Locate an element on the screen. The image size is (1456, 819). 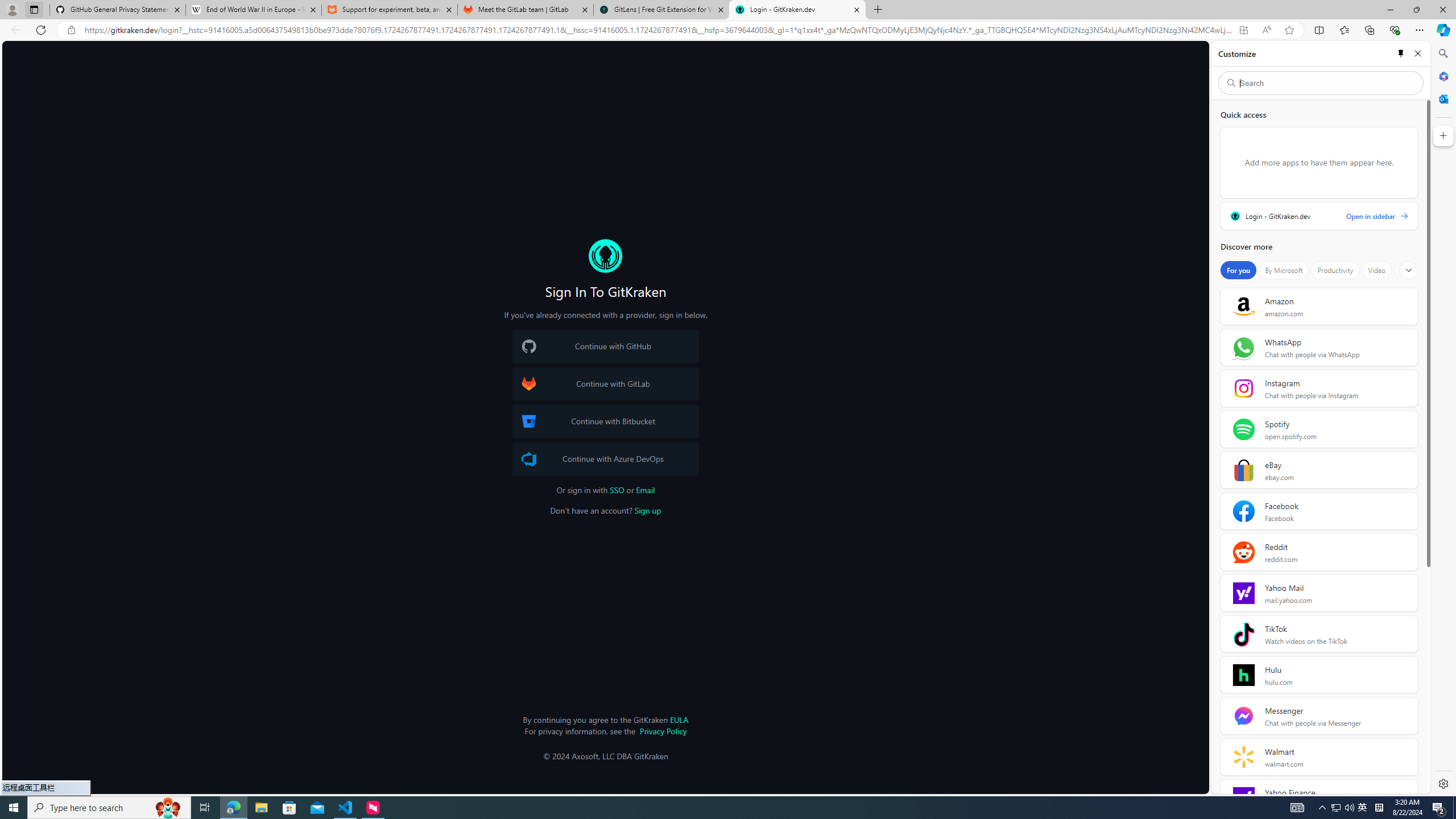
'GitLens | Free Git Extension for Visual Studio Code' is located at coordinates (660, 9).